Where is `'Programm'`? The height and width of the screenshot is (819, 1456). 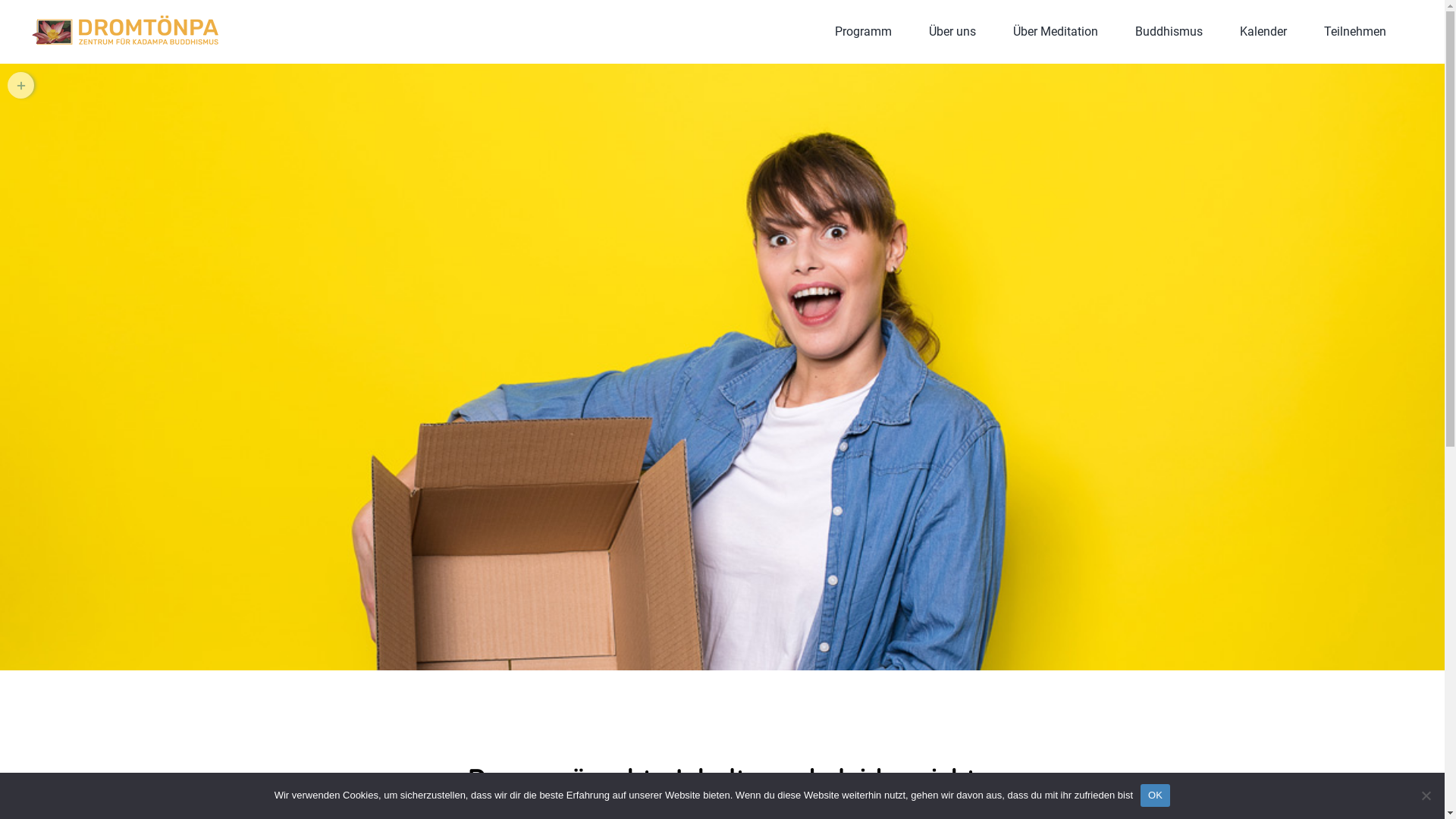 'Programm' is located at coordinates (863, 32).